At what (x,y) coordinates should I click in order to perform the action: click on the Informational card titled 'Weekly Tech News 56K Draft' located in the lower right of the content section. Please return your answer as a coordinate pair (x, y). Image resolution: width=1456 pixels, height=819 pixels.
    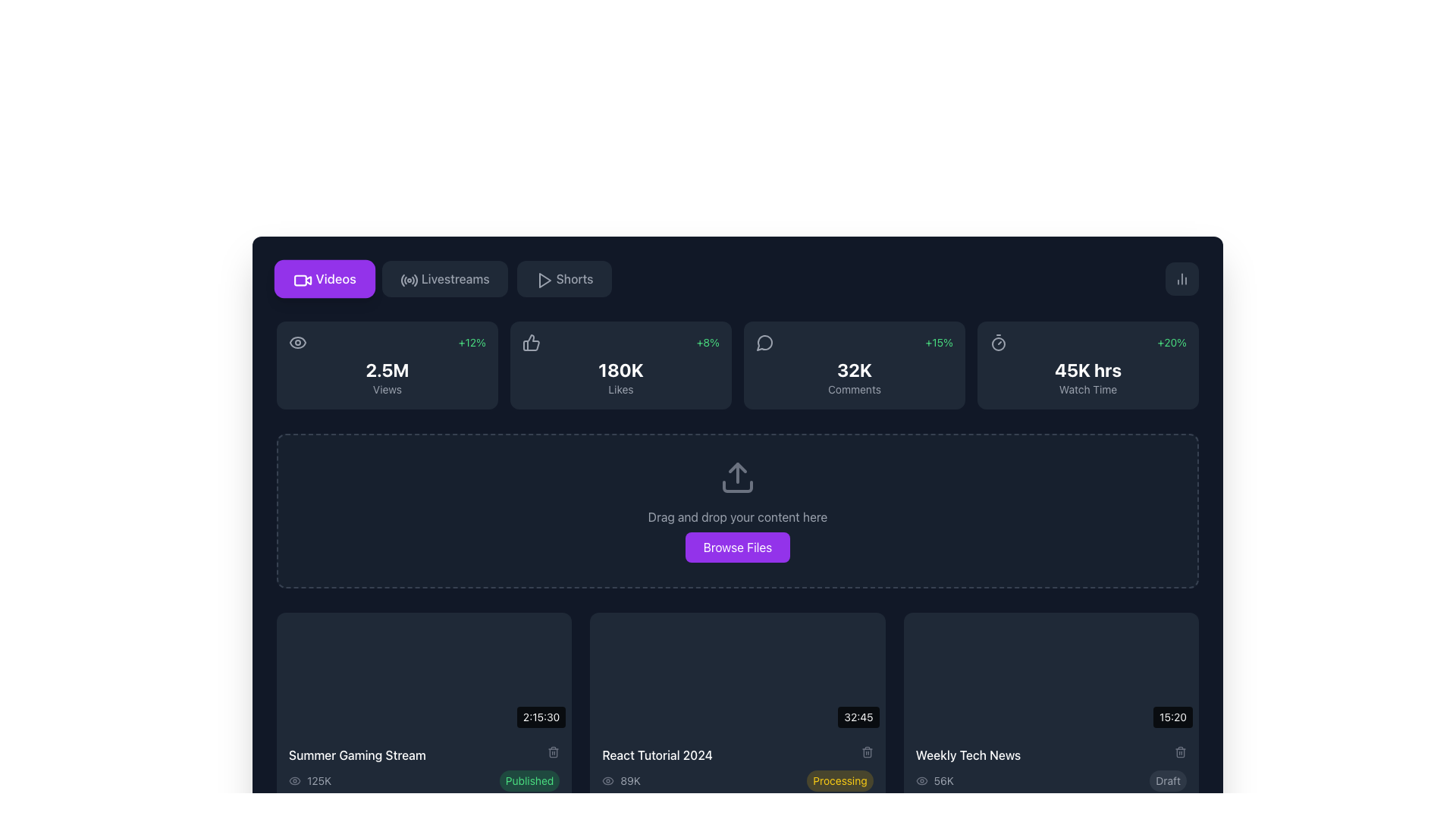
    Looking at the image, I should click on (1050, 769).